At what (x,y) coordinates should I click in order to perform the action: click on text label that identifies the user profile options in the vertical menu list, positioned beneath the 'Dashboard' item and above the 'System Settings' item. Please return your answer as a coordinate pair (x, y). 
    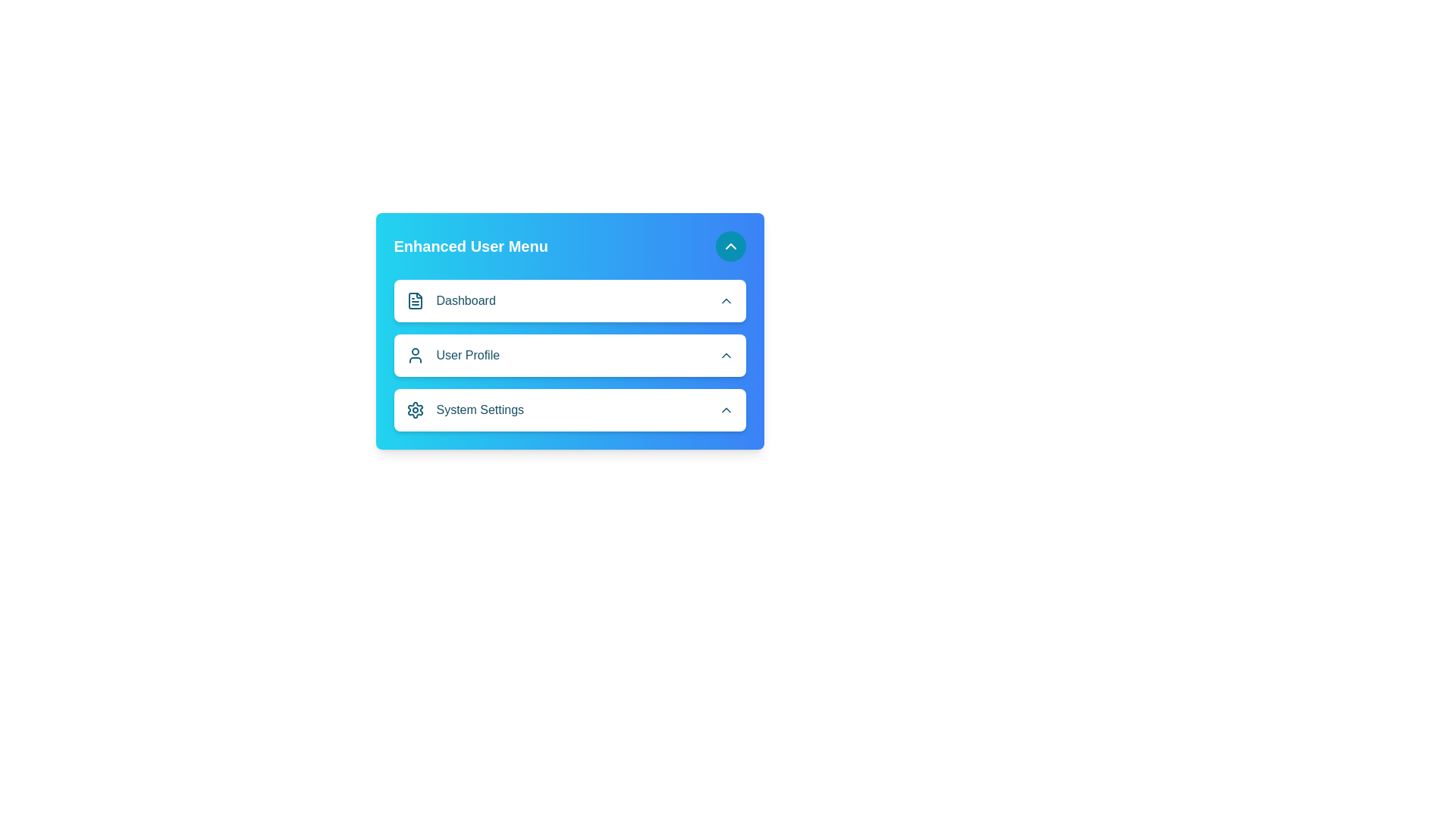
    Looking at the image, I should click on (467, 356).